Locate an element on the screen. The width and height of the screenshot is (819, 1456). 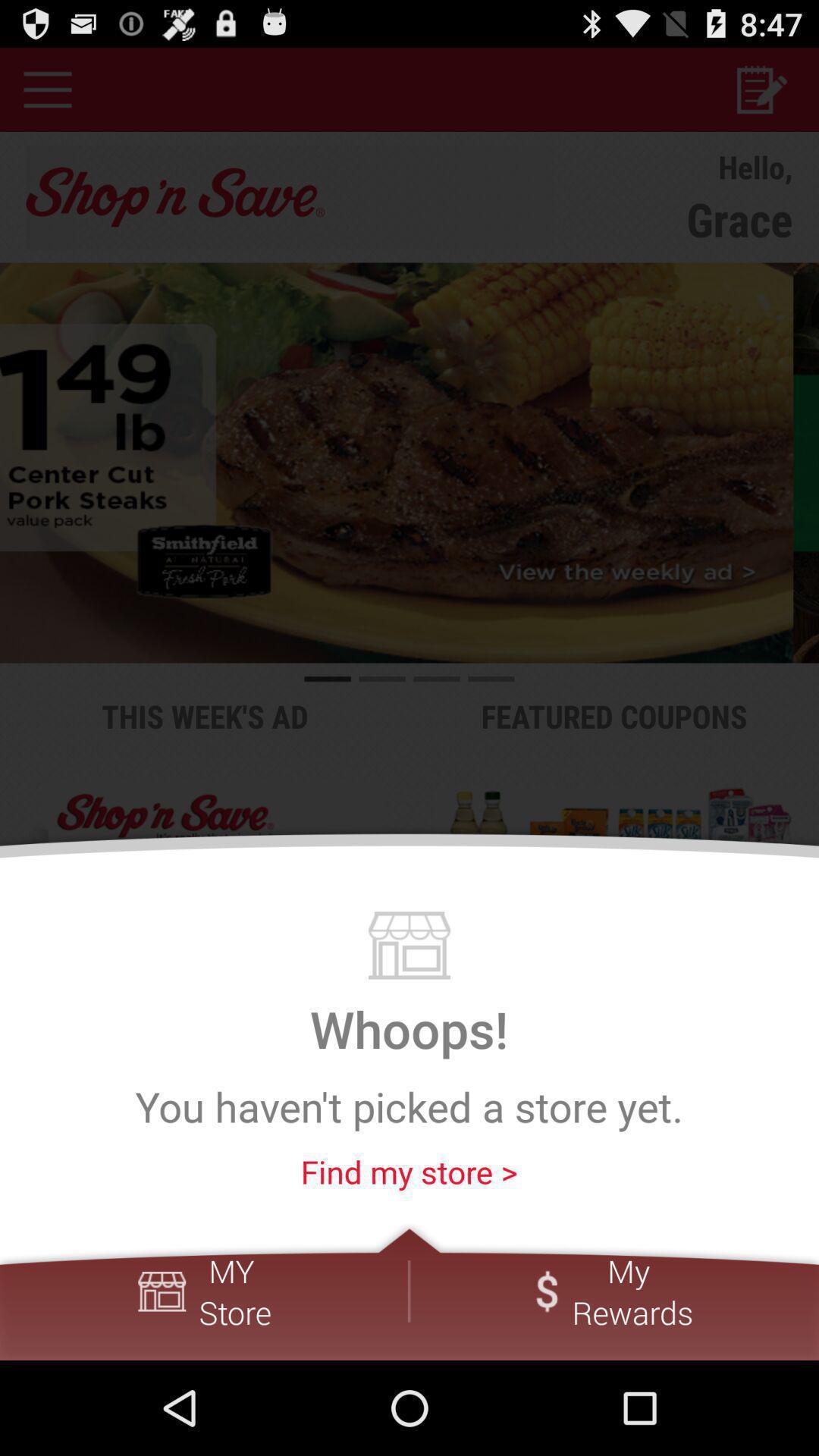
the edit icon is located at coordinates (761, 95).